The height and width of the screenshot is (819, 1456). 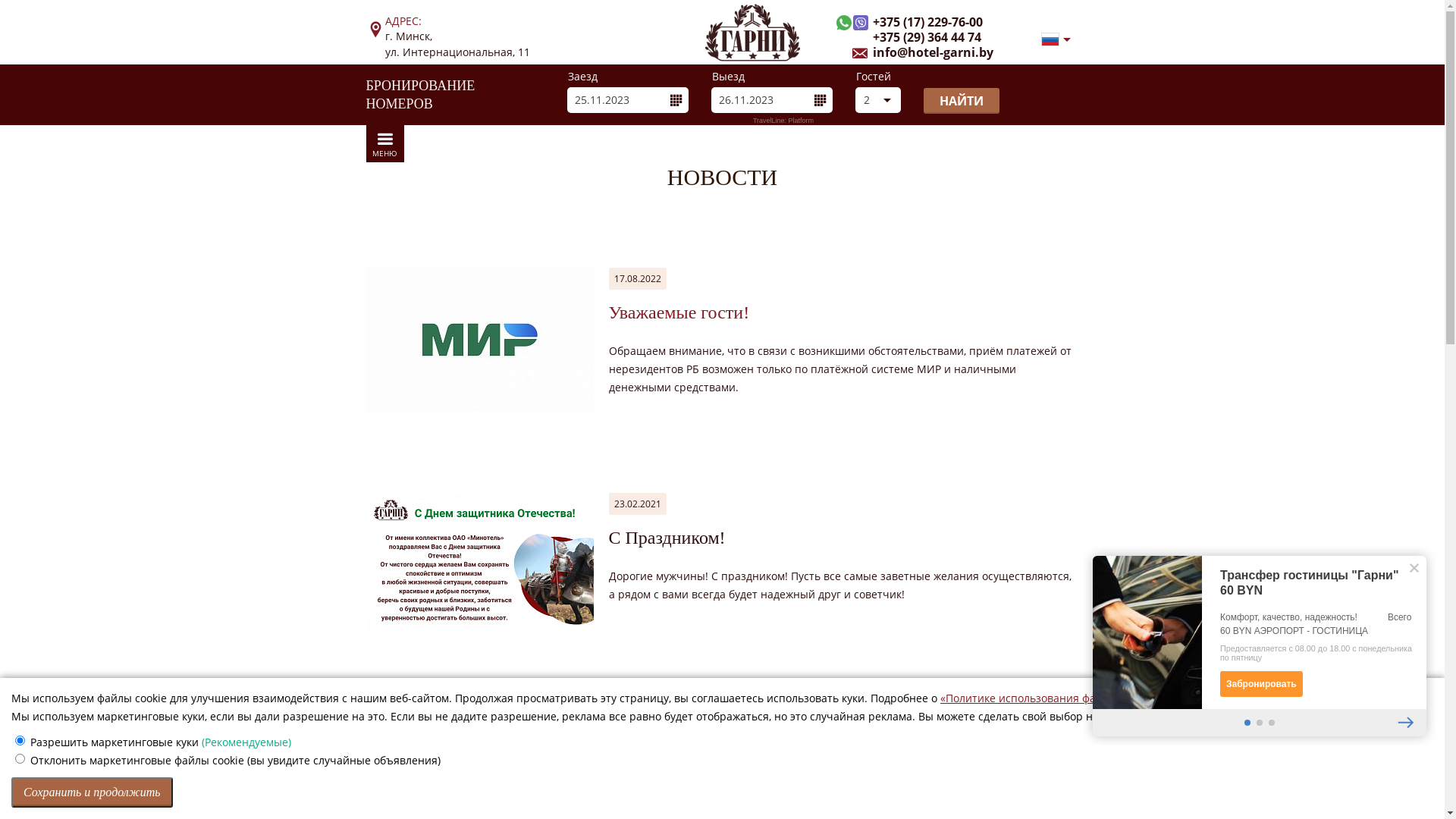 What do you see at coordinates (851, 37) in the screenshot?
I see `'+375 (29) 364 44 74'` at bounding box center [851, 37].